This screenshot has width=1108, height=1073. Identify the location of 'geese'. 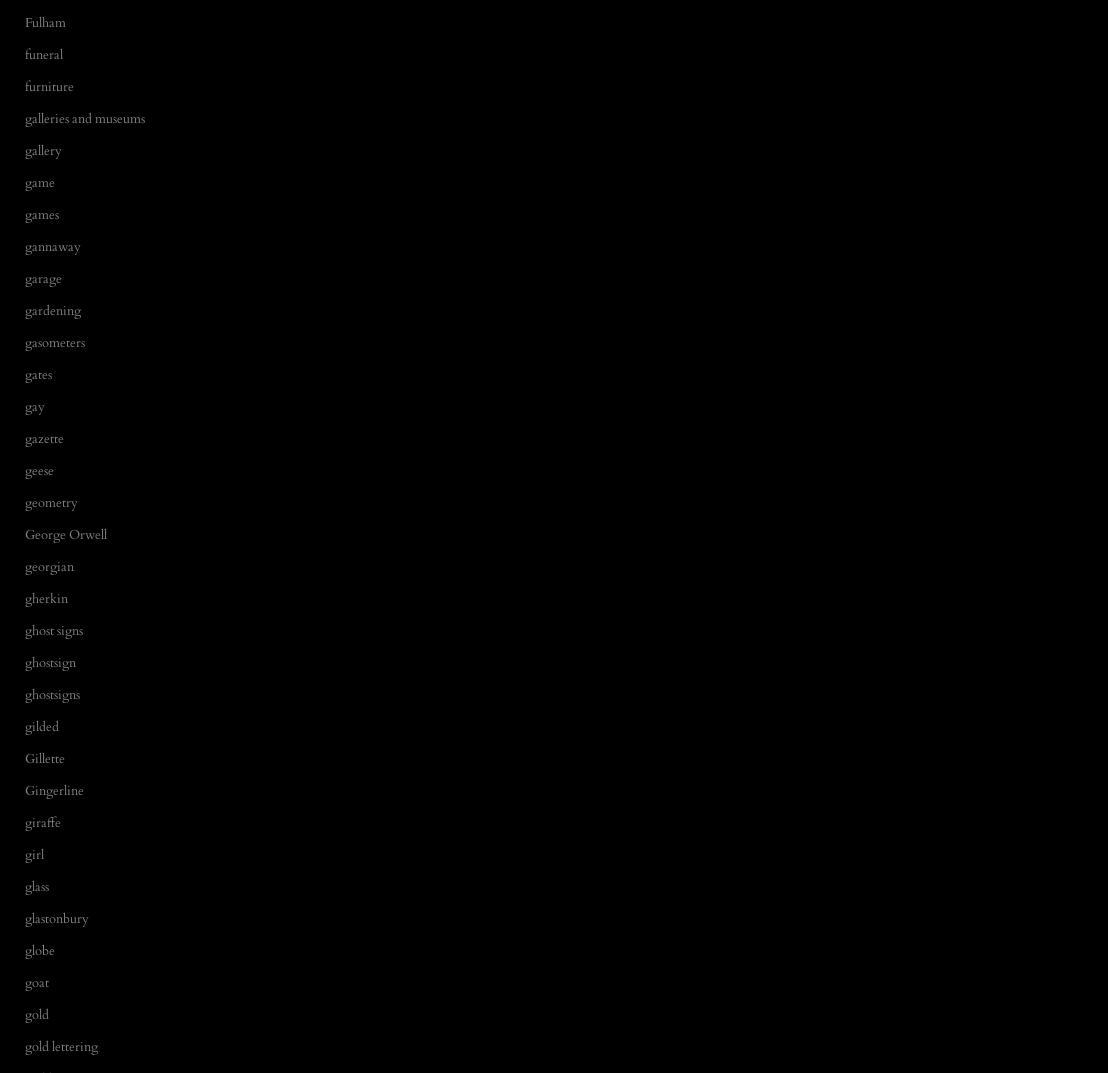
(25, 469).